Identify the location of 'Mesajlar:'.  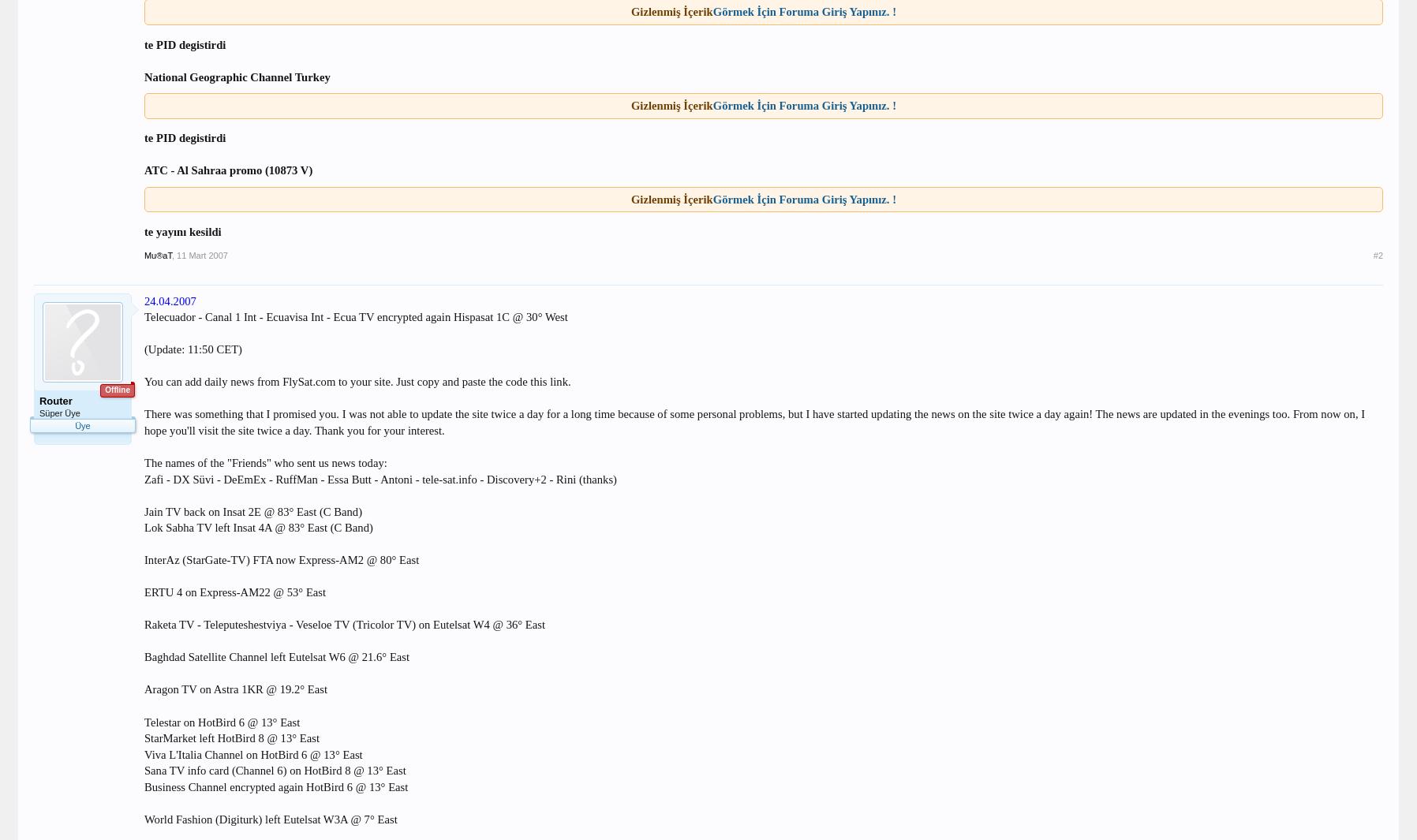
(38, 461).